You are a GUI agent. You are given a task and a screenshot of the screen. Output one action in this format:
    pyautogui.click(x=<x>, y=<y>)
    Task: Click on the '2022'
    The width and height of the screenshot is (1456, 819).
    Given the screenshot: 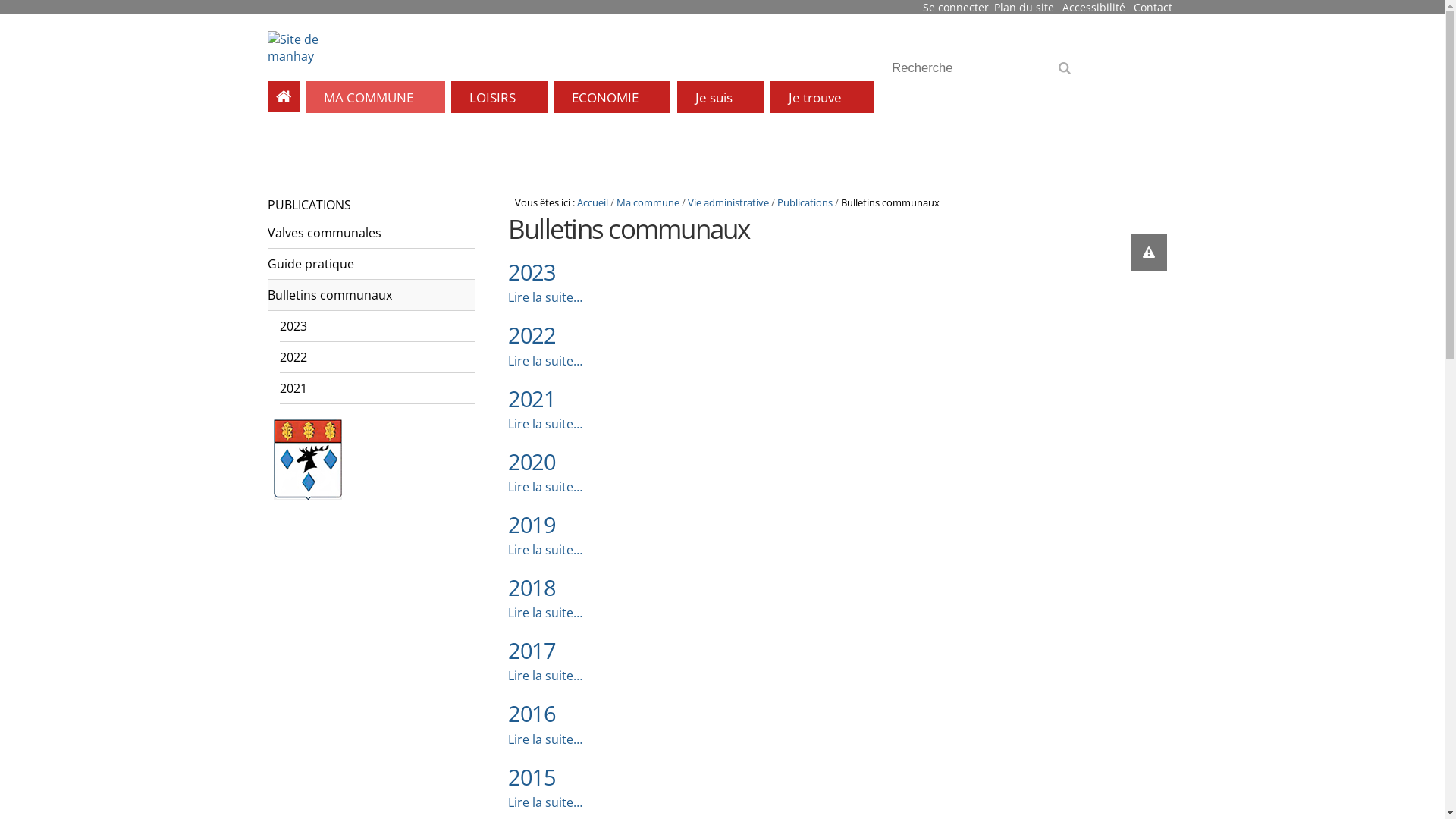 What is the action you would take?
    pyautogui.click(x=531, y=334)
    